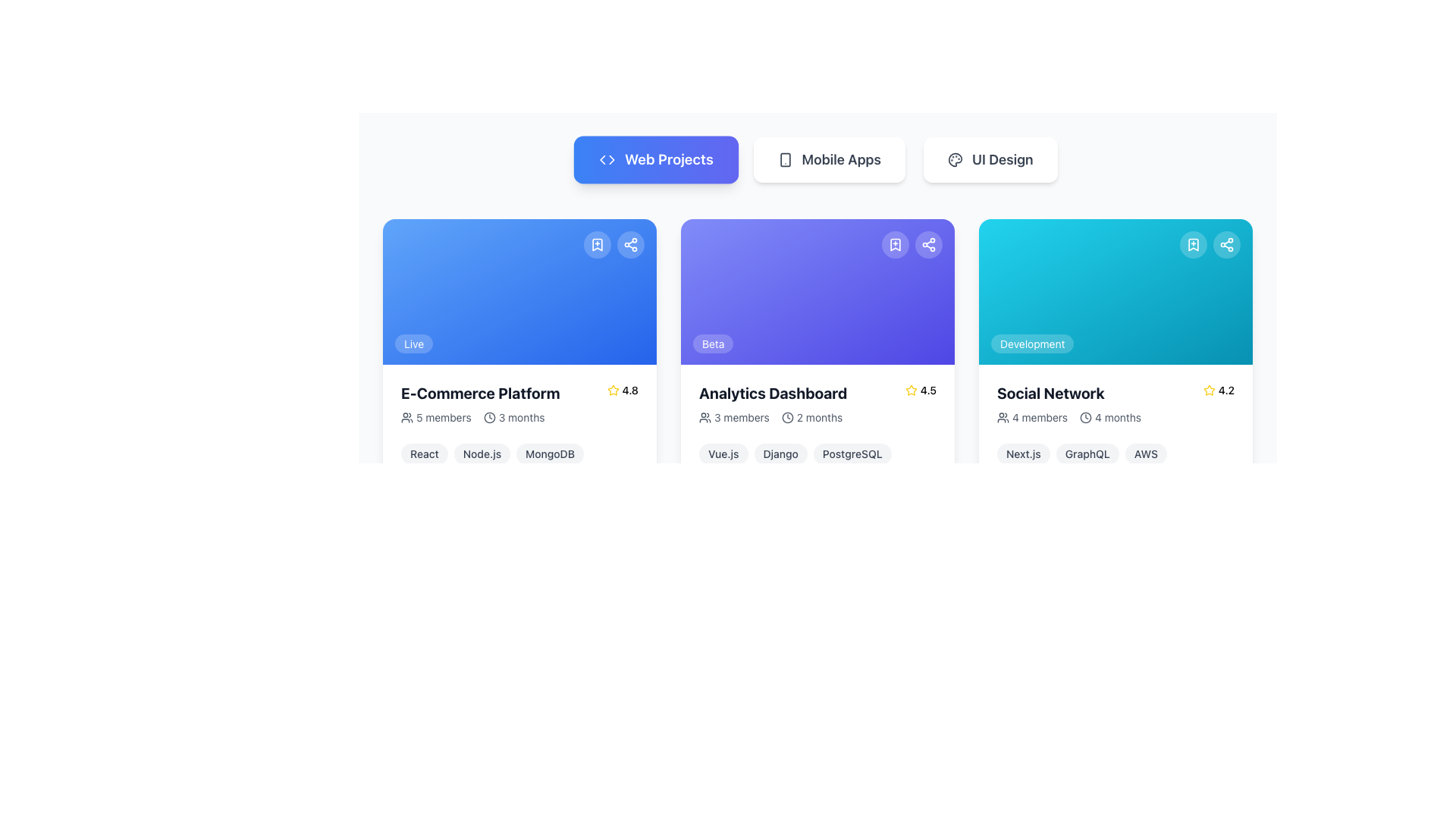 Image resolution: width=1456 pixels, height=819 pixels. Describe the element at coordinates (519, 418) in the screenshot. I see `the icons representing '5 members' and '3 months'` at that location.